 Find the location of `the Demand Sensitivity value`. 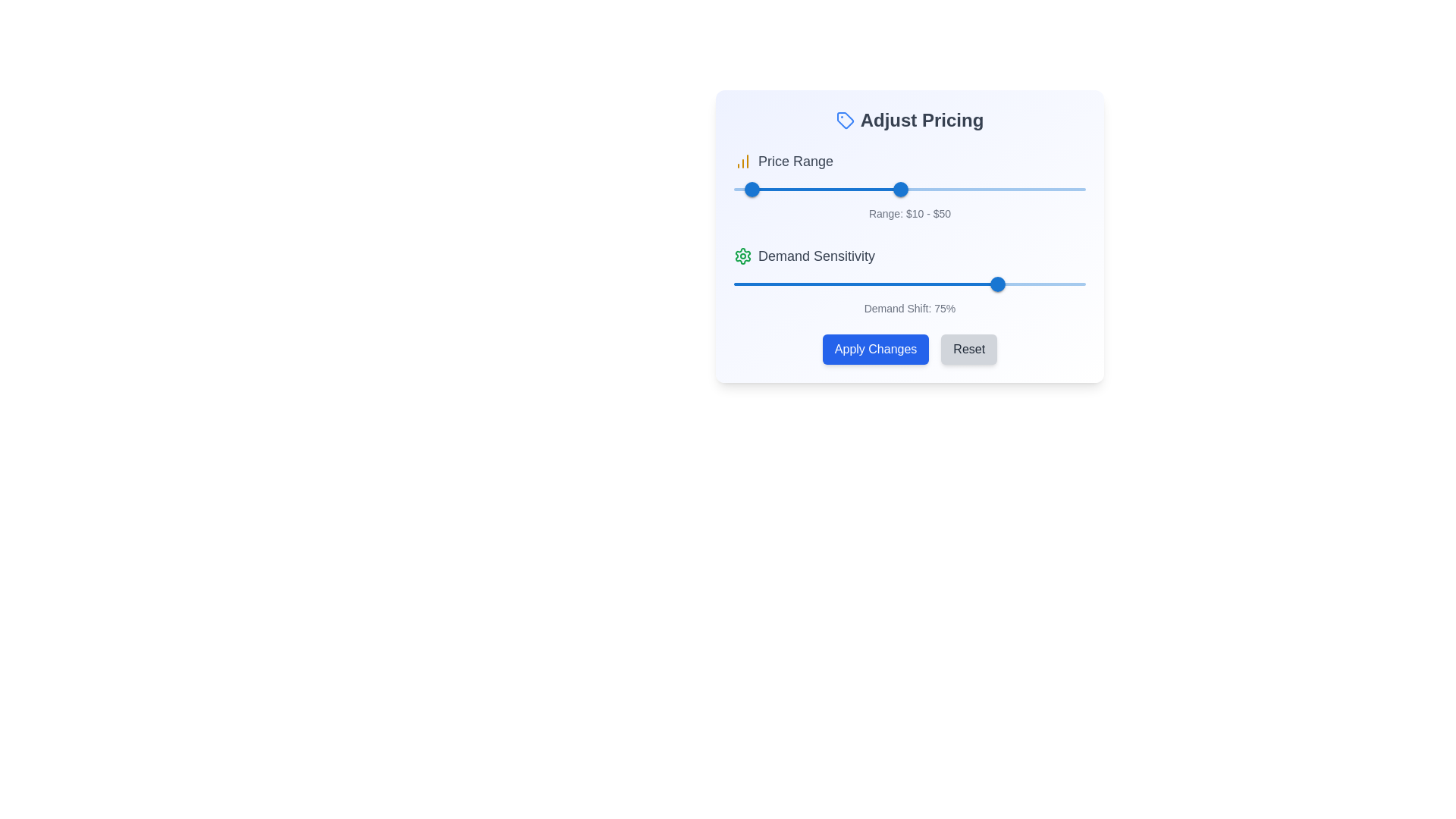

the Demand Sensitivity value is located at coordinates (1048, 284).